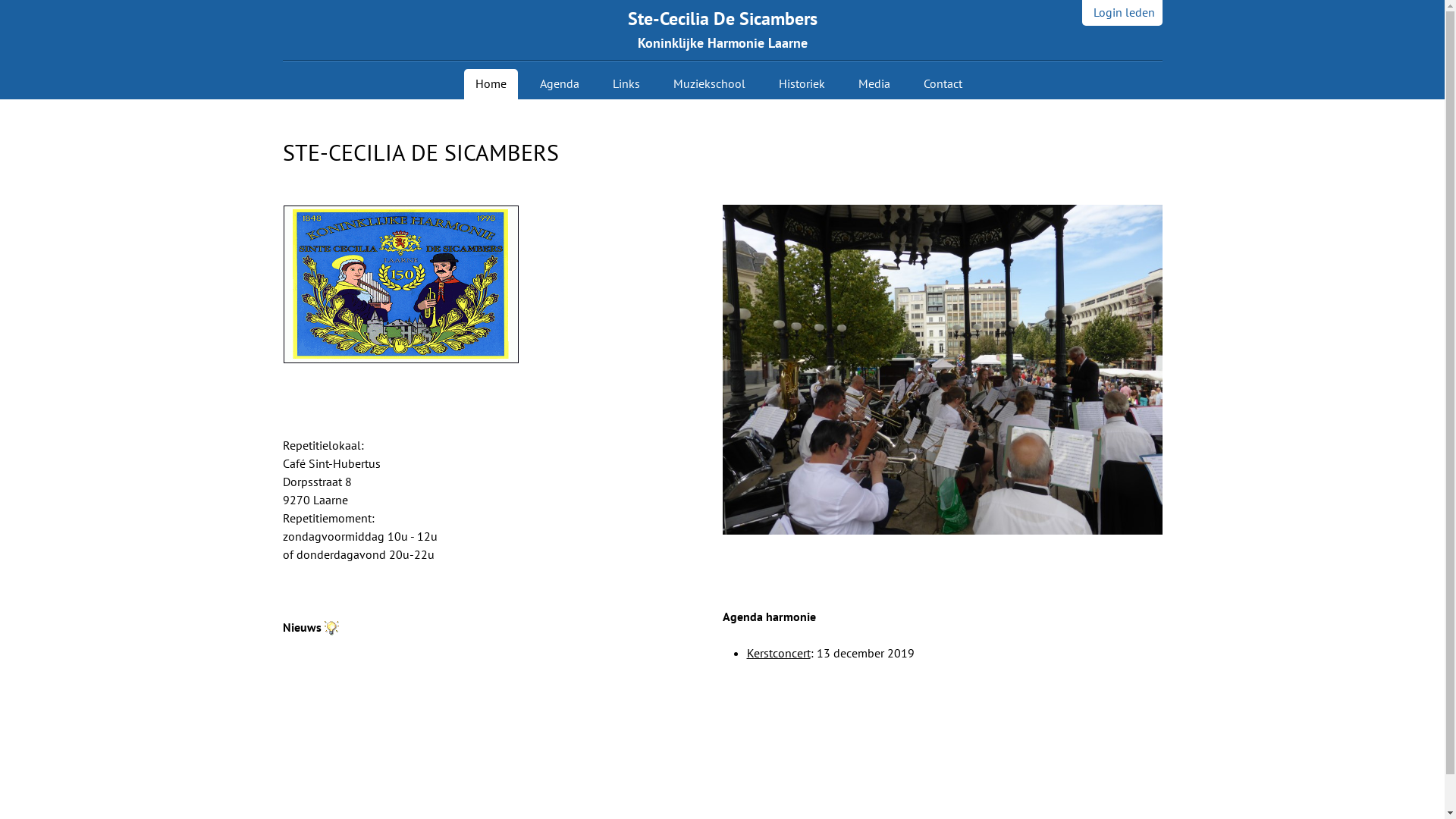 The height and width of the screenshot is (819, 1456). I want to click on 'Ste-Cecilia De Sicambers, so click(722, 30).